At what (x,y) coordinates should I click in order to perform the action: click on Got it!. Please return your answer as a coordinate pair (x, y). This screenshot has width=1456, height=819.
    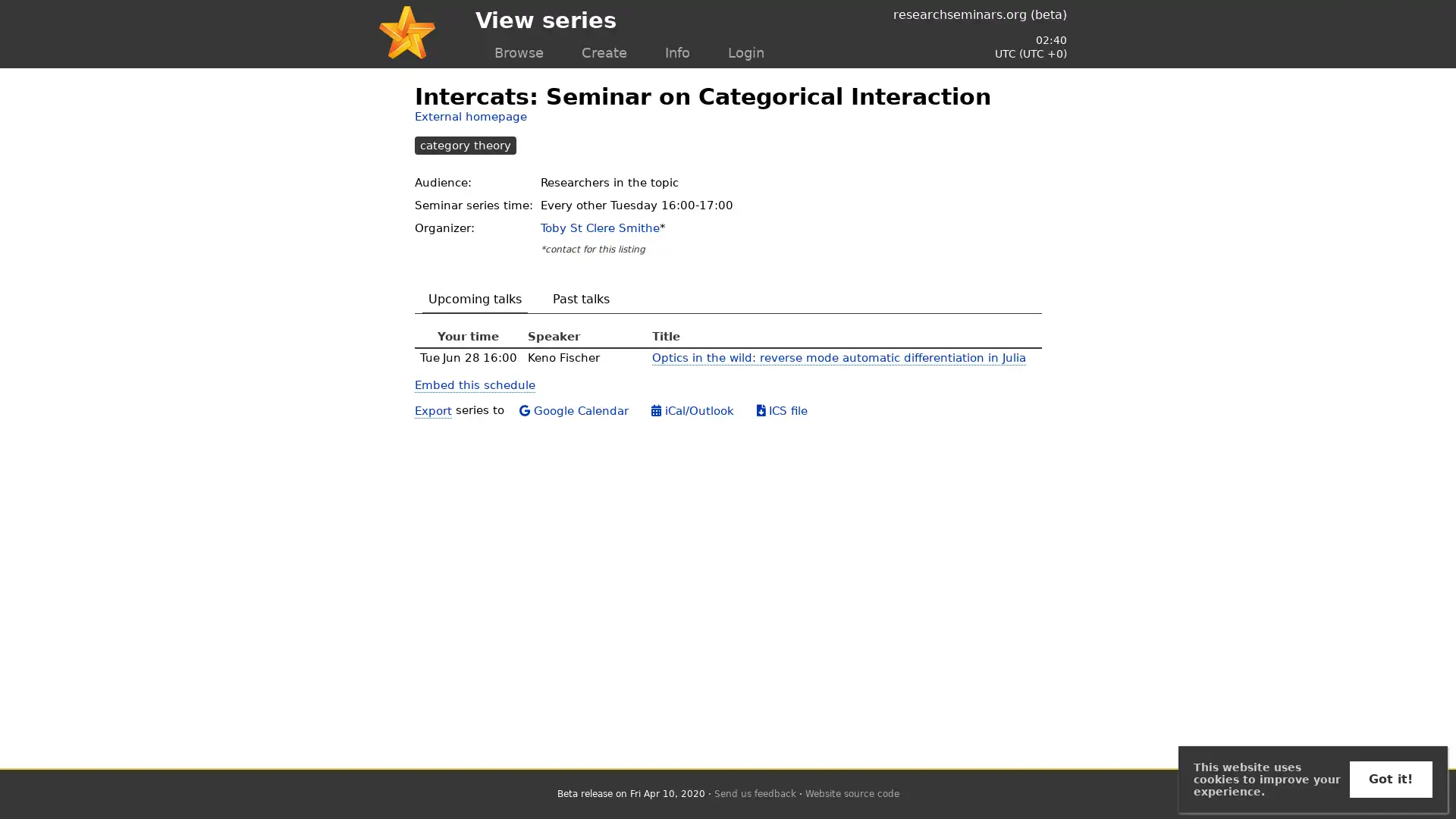
    Looking at the image, I should click on (1390, 780).